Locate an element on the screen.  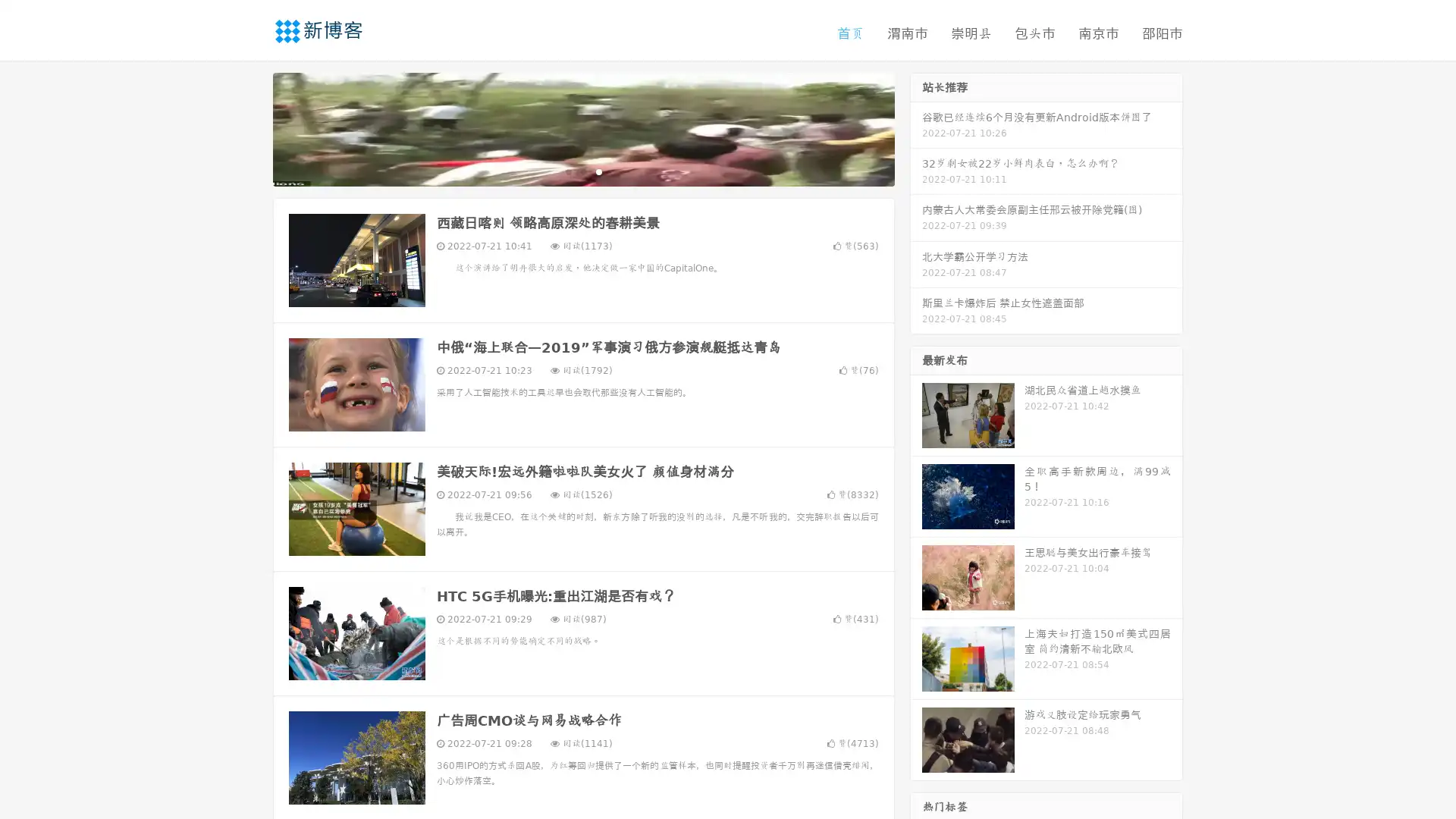
Go to slide 3 is located at coordinates (598, 171).